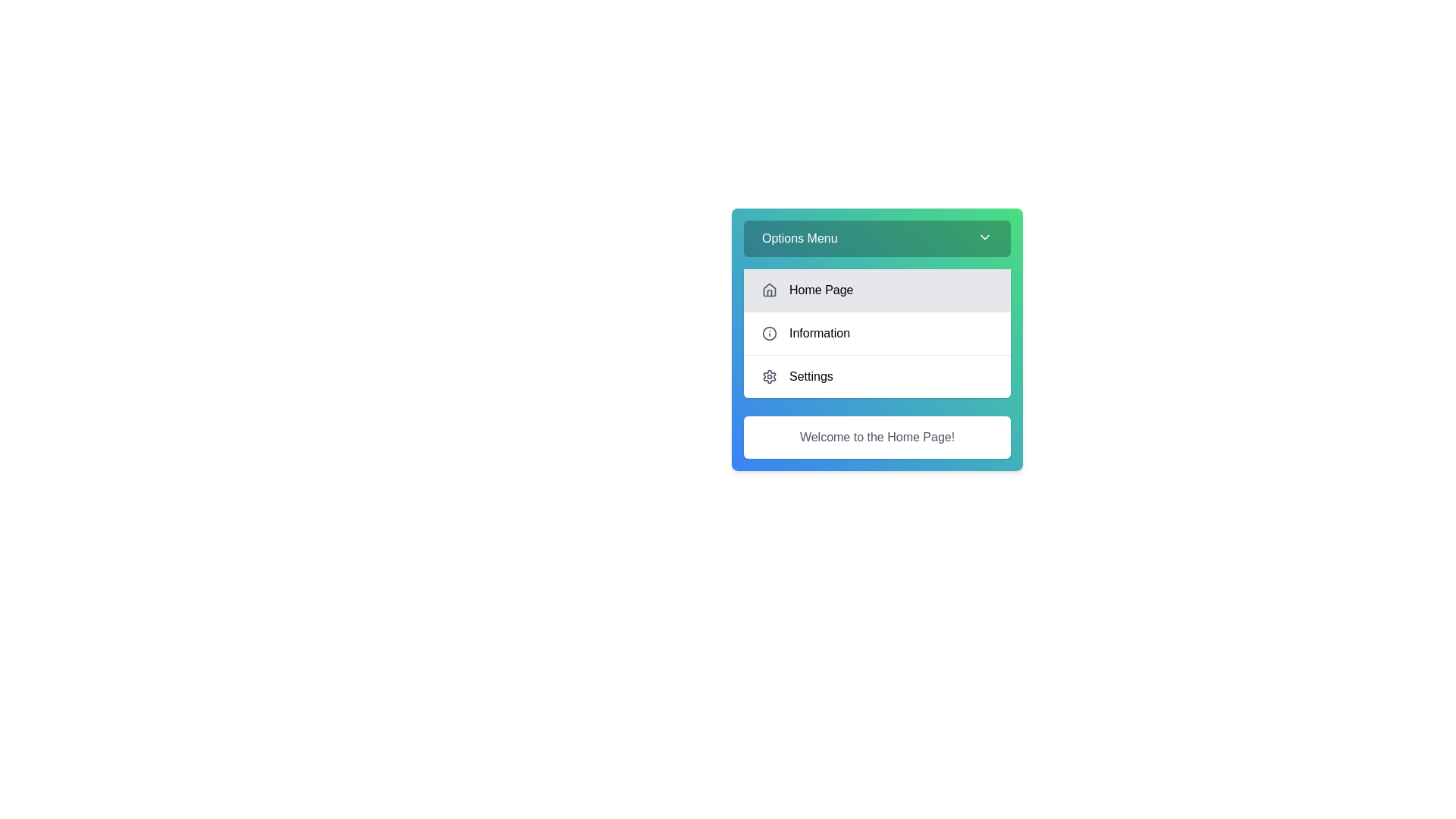 The height and width of the screenshot is (819, 1456). I want to click on the small gray house icon with a minimalist line-art design located to the left of the 'Home Page' text in the first item of the 'Options Menu', so click(769, 290).